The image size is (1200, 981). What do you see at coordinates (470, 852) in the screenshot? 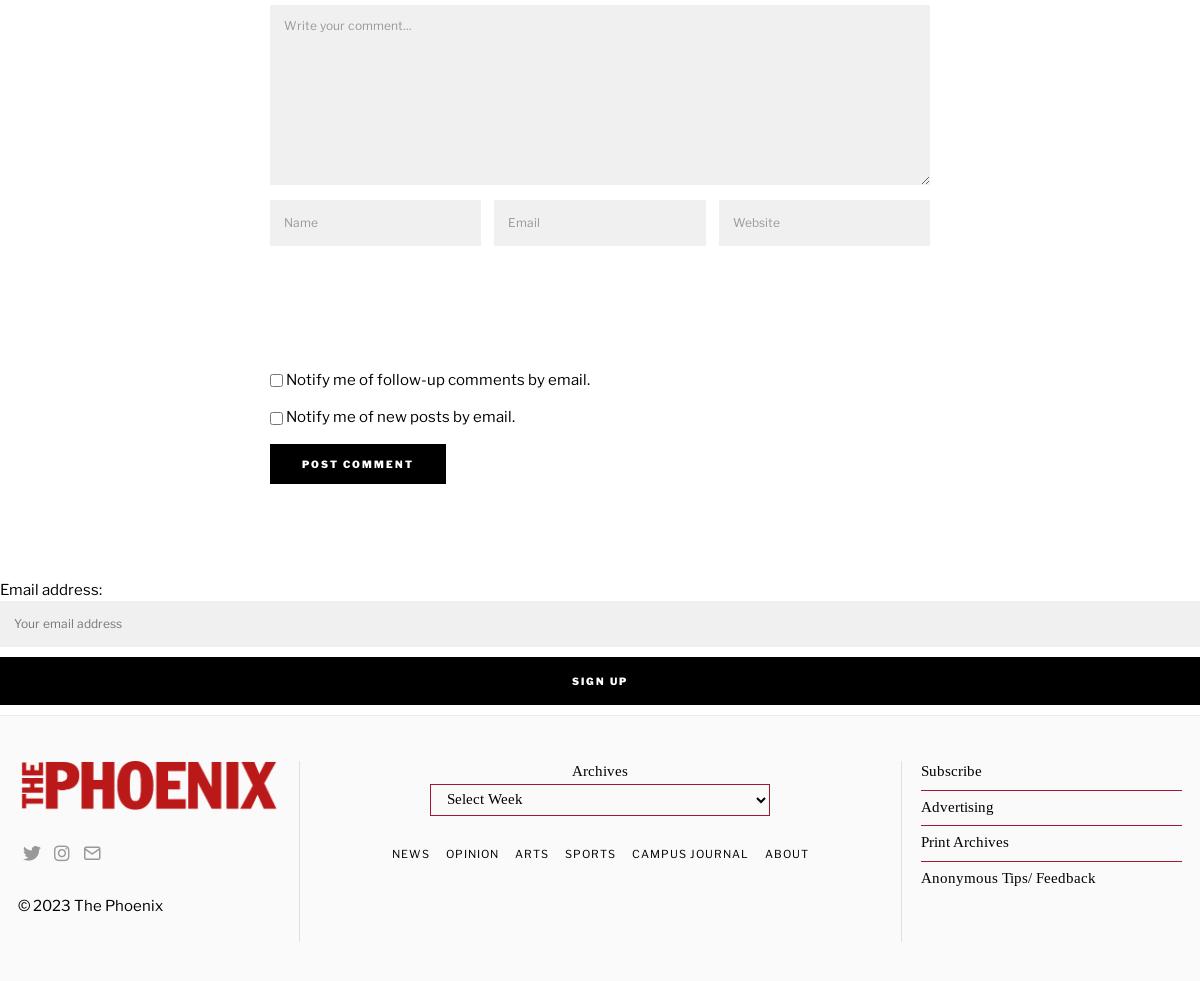
I see `'Opinion'` at bounding box center [470, 852].